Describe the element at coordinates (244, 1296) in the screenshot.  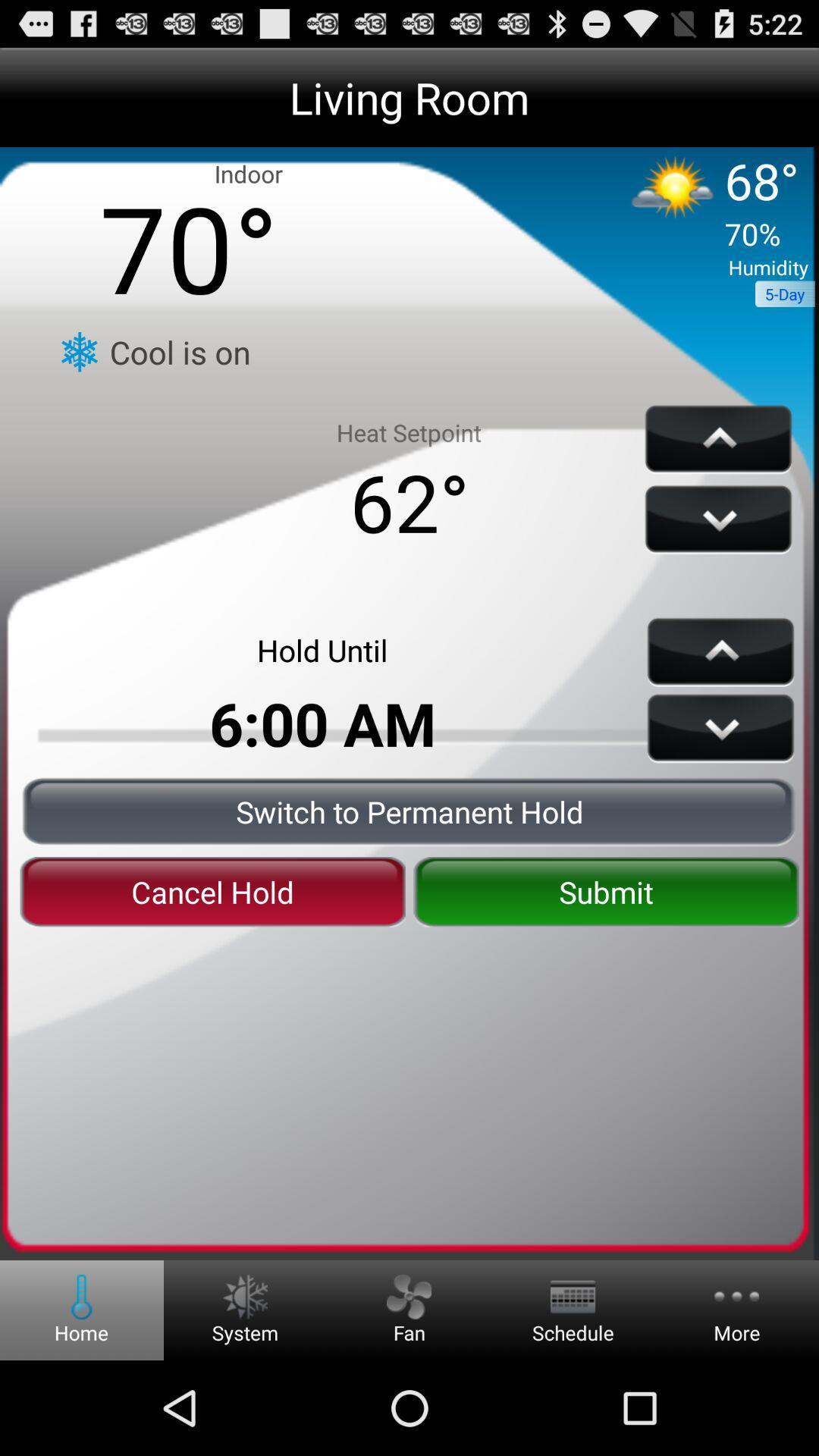
I see `the icon which is just above the system` at that location.